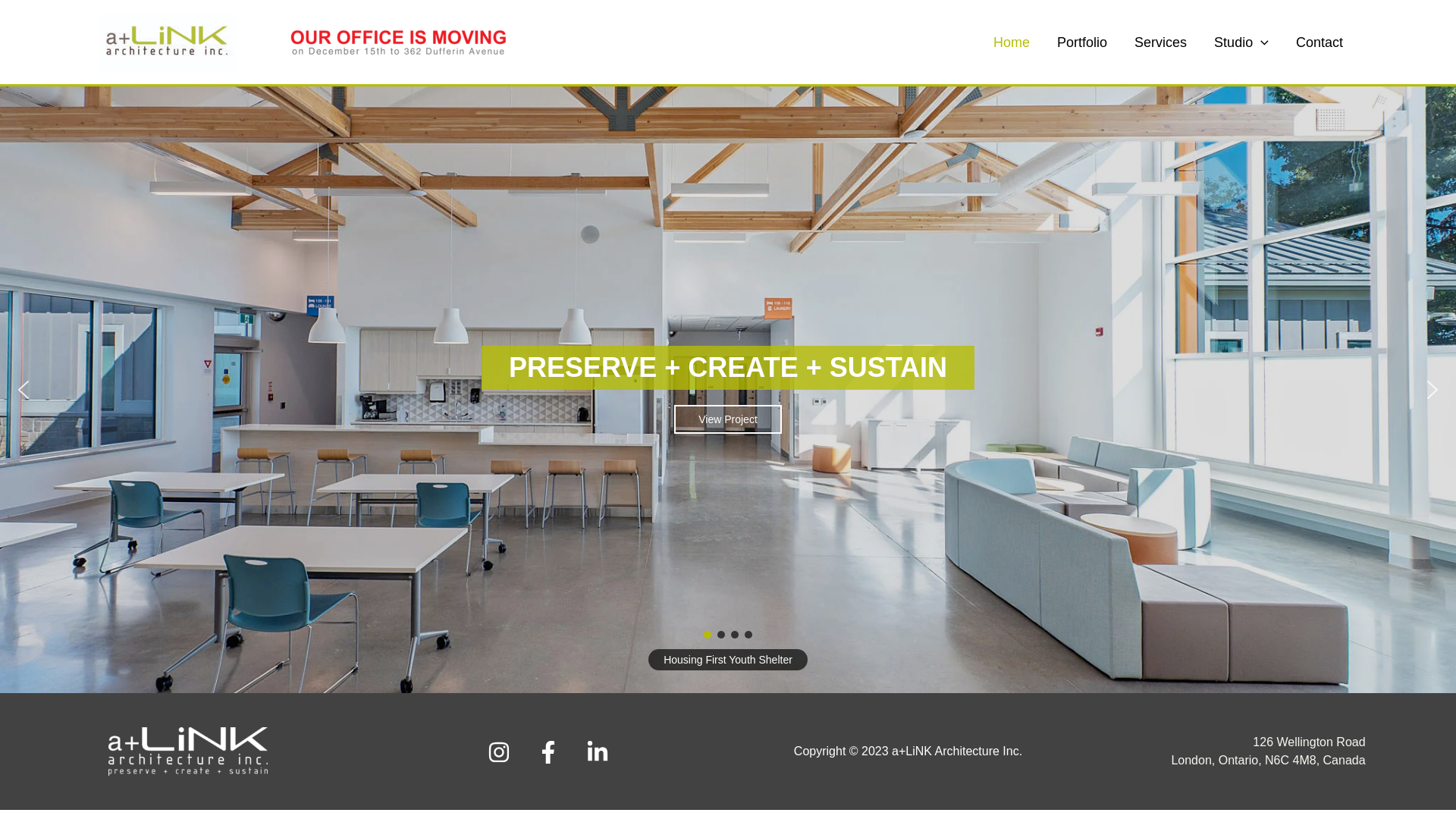 The height and width of the screenshot is (819, 1456). I want to click on 'Home', so click(1012, 40).